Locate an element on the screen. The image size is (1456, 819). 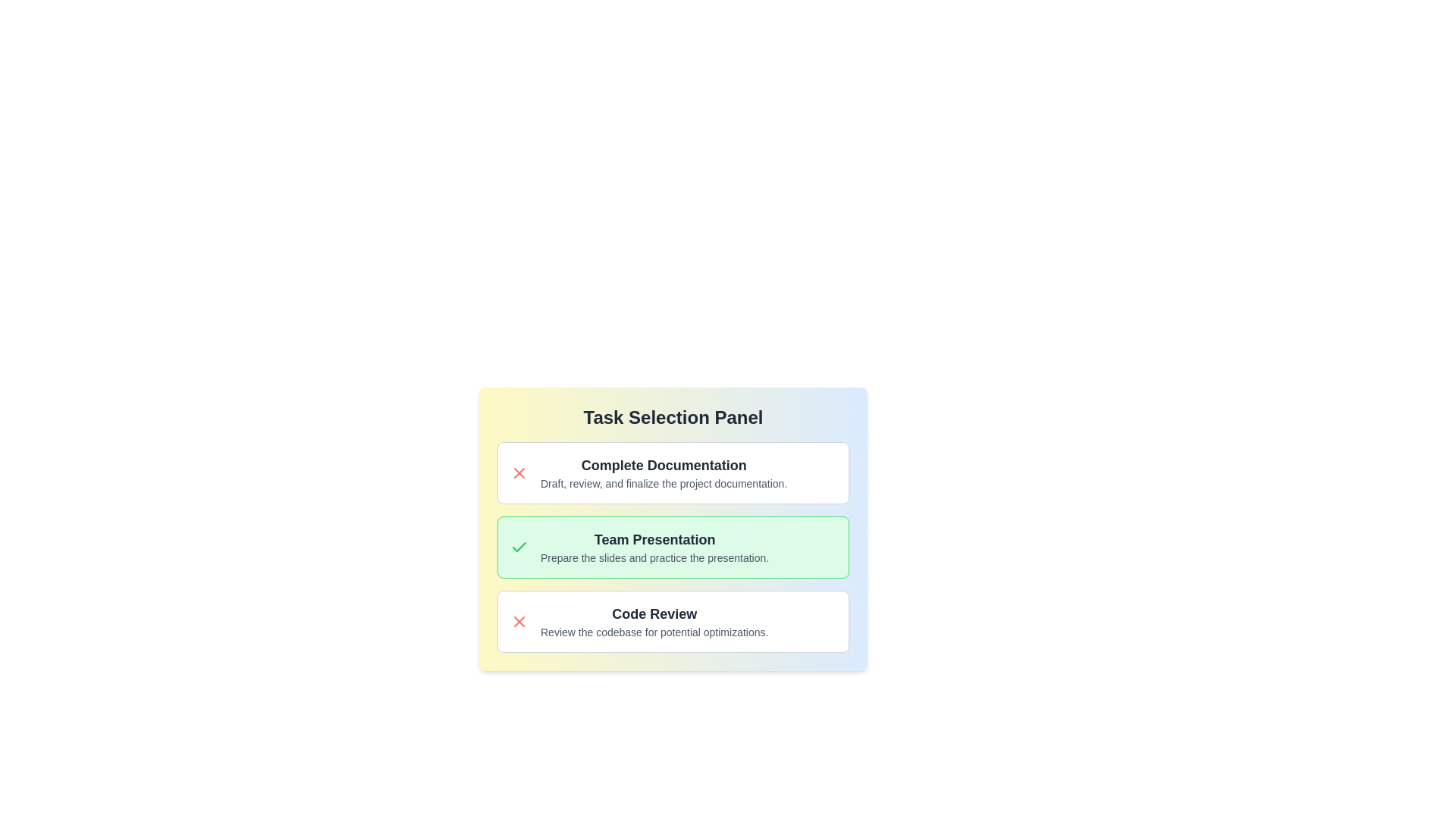
instructional text label located below the 'Team Presentation' heading within the green-highlighted box is located at coordinates (654, 558).